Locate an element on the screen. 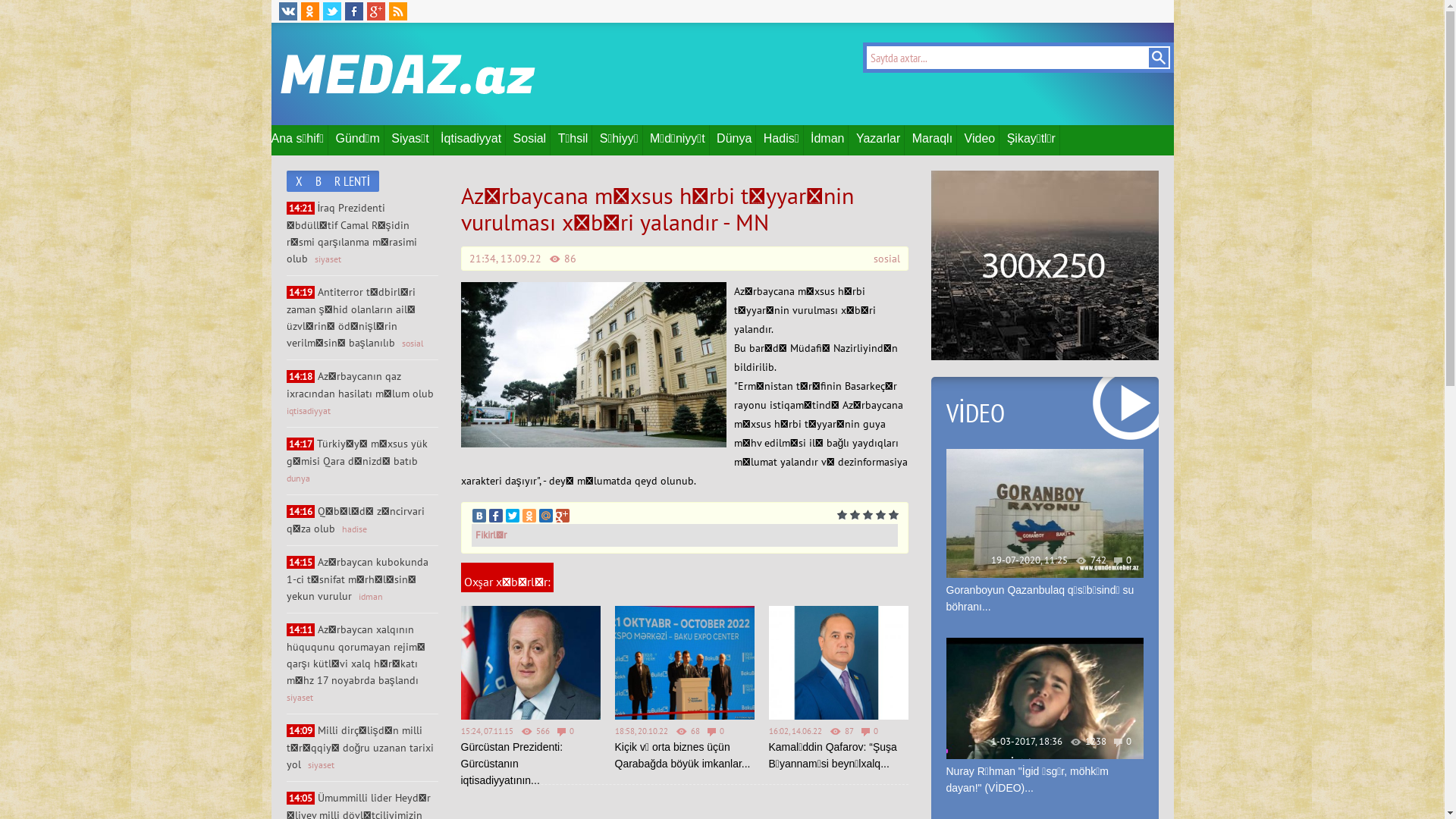  'Google Plus' is located at coordinates (375, 11).